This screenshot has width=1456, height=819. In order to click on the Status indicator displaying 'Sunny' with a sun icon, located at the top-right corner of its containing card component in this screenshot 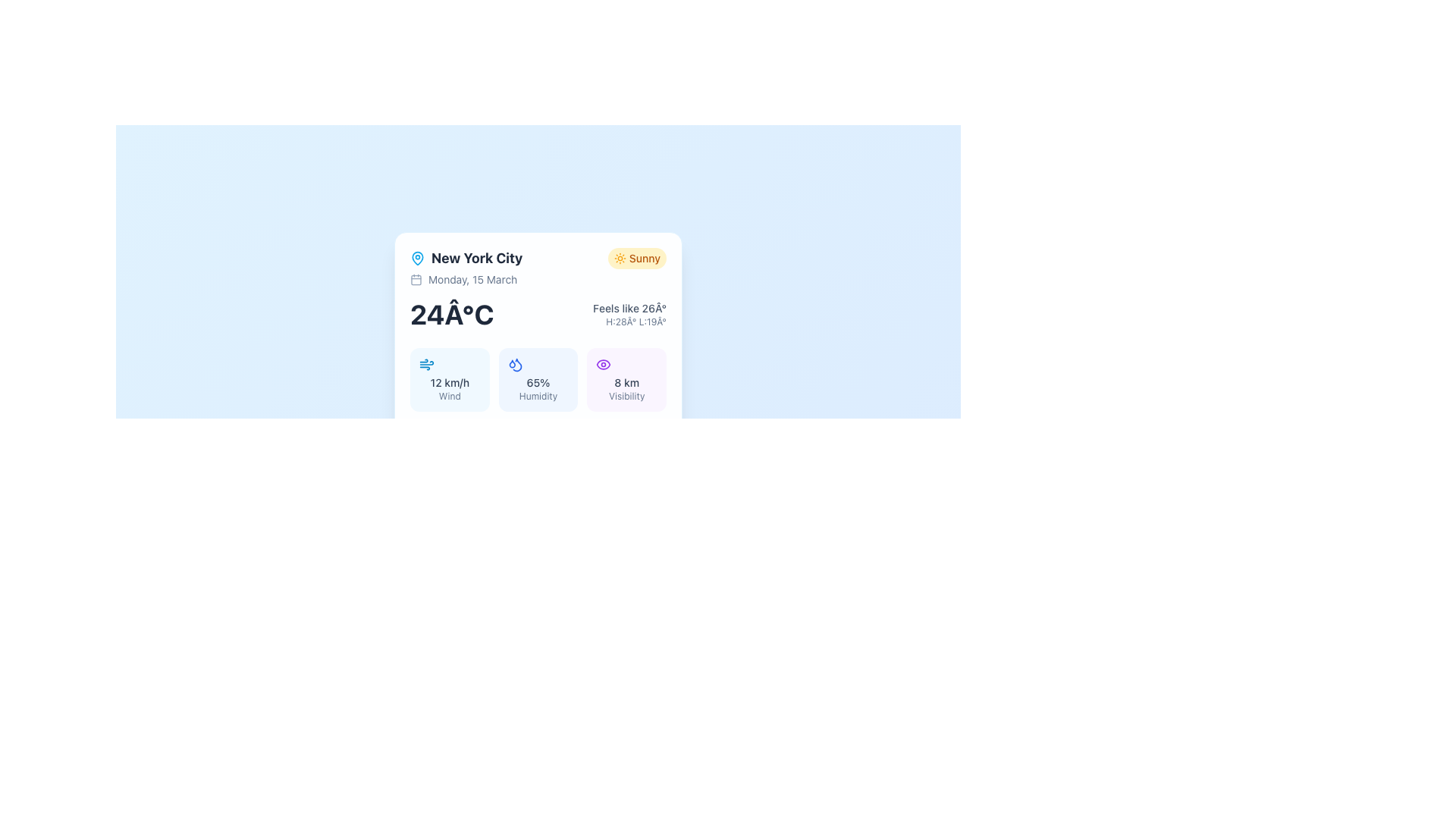, I will do `click(637, 257)`.